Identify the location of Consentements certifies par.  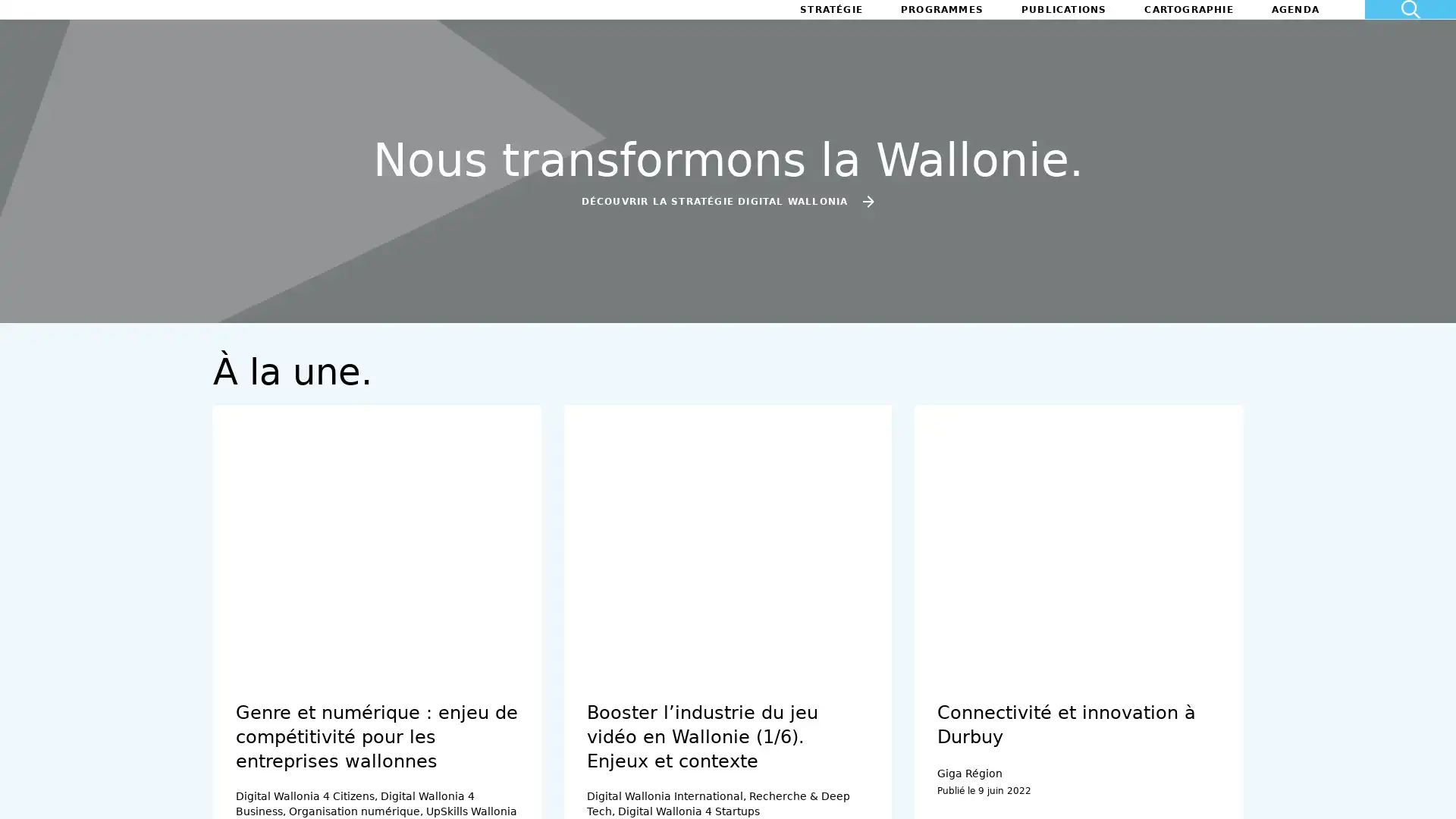
(174, 716).